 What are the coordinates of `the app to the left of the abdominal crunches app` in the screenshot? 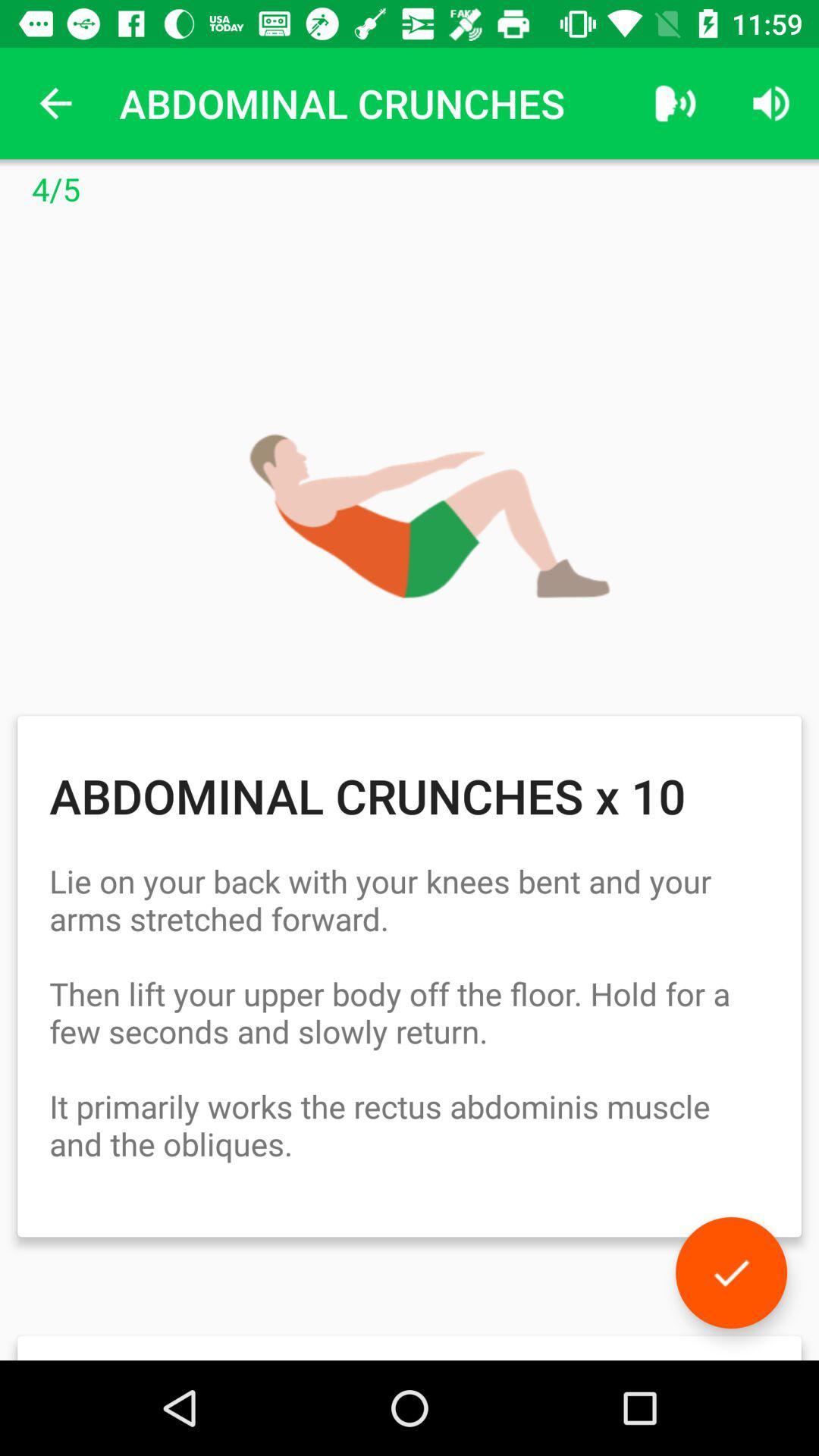 It's located at (55, 102).